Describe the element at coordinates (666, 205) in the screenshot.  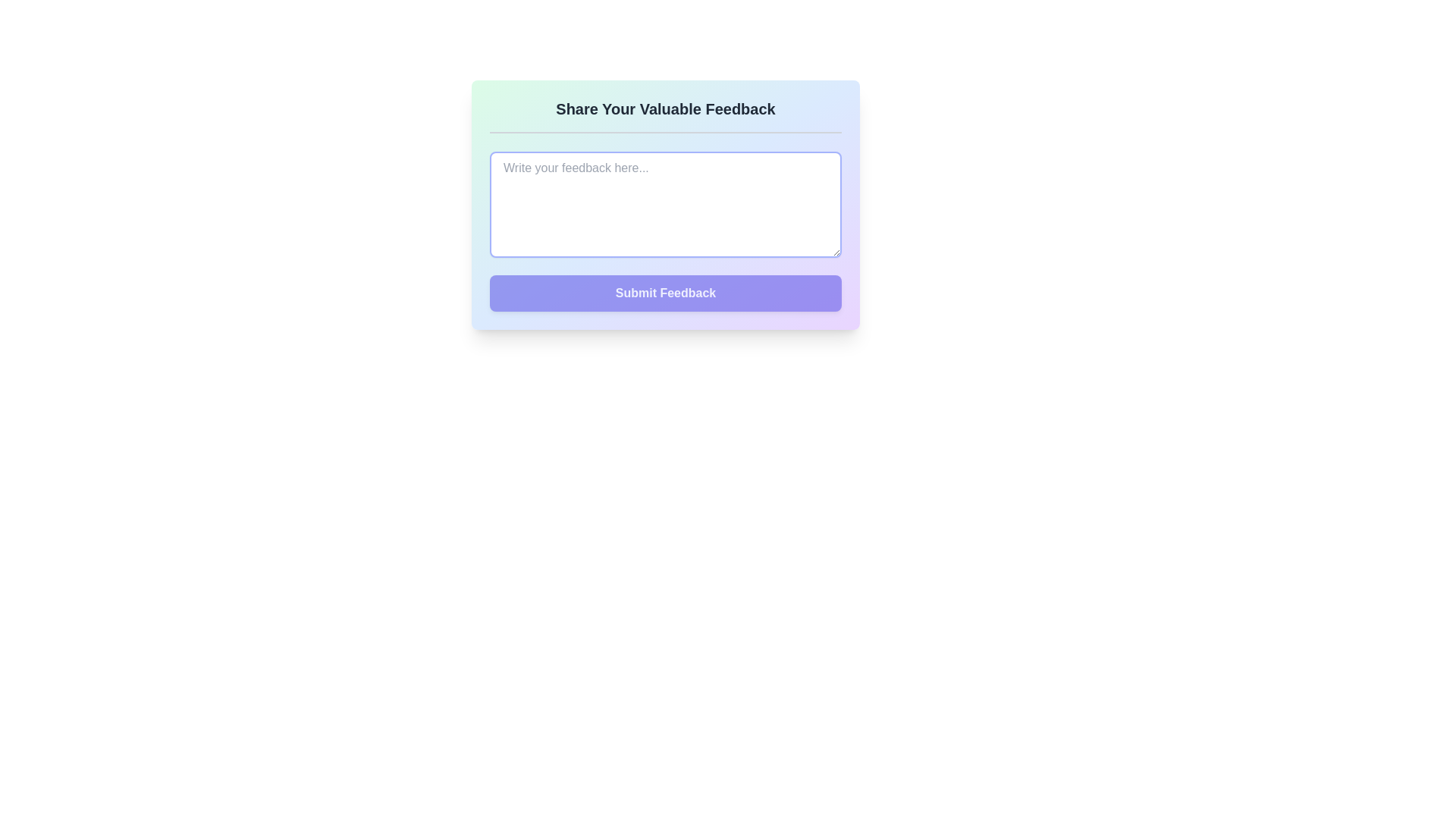
I see `the input text area of the feedback submission form` at that location.